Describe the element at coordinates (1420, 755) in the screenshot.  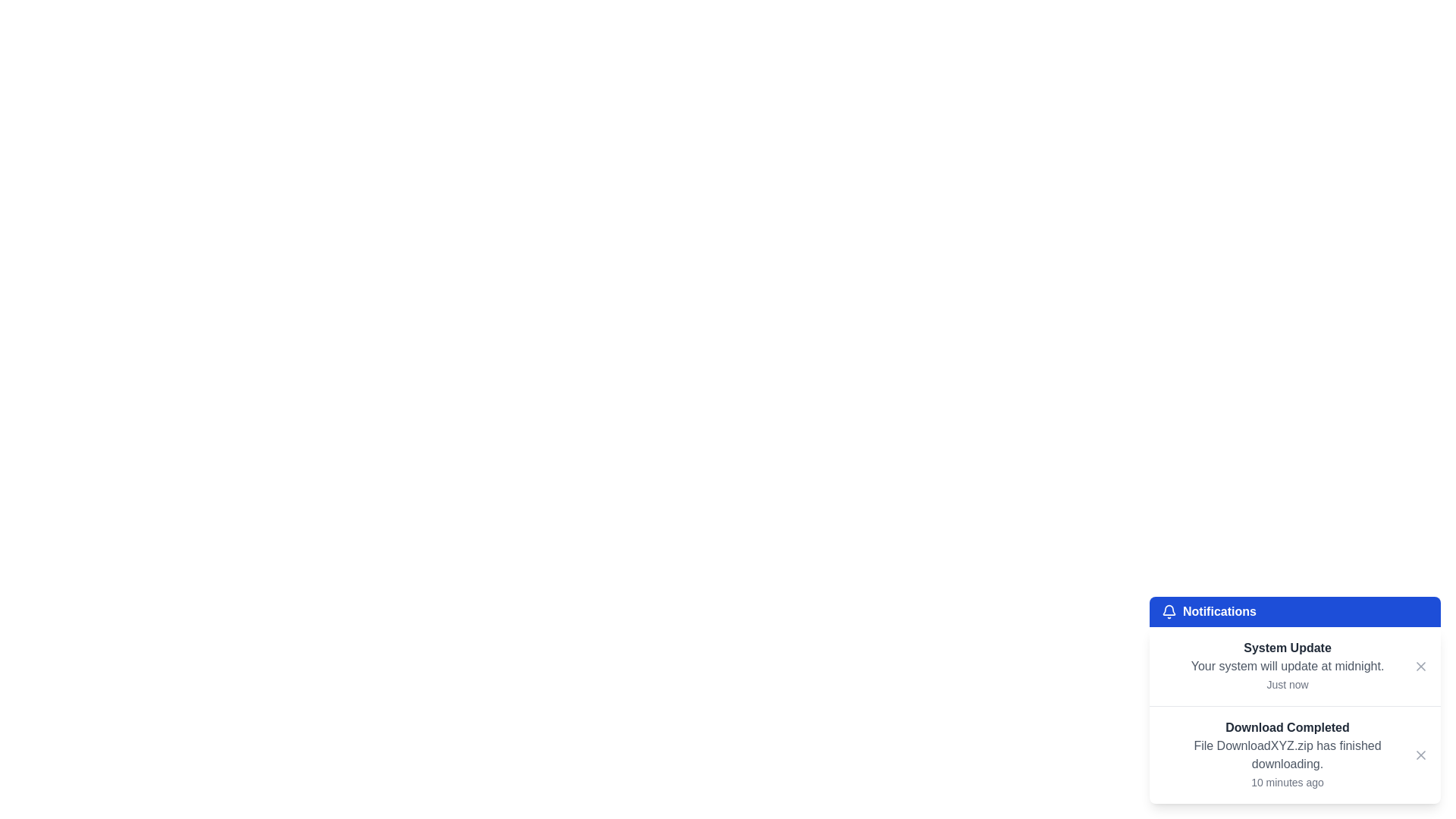
I see `the Close button icon, which resembles an 'X' shape` at that location.